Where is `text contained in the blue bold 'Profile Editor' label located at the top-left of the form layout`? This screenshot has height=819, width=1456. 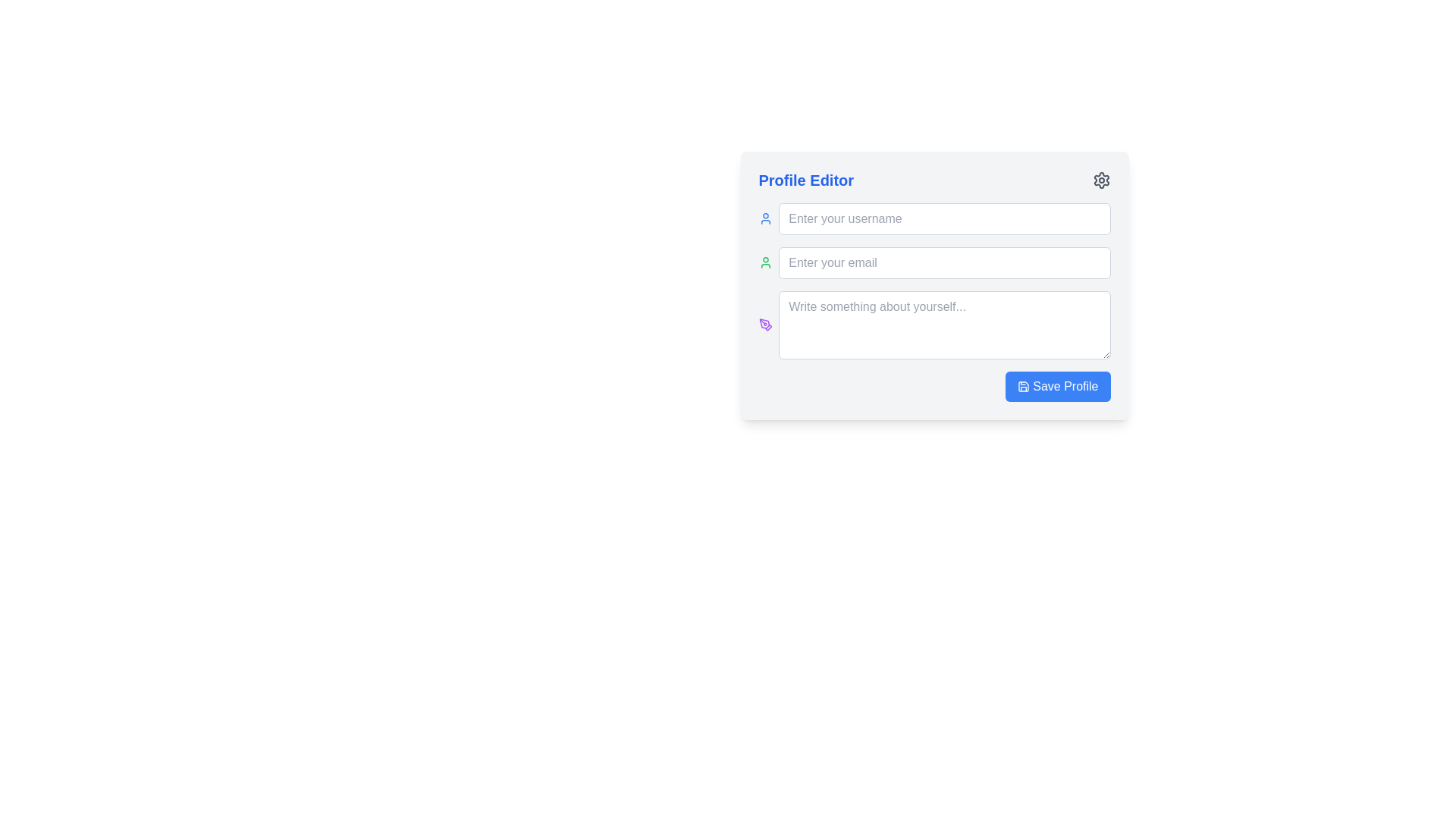
text contained in the blue bold 'Profile Editor' label located at the top-left of the form layout is located at coordinates (805, 180).